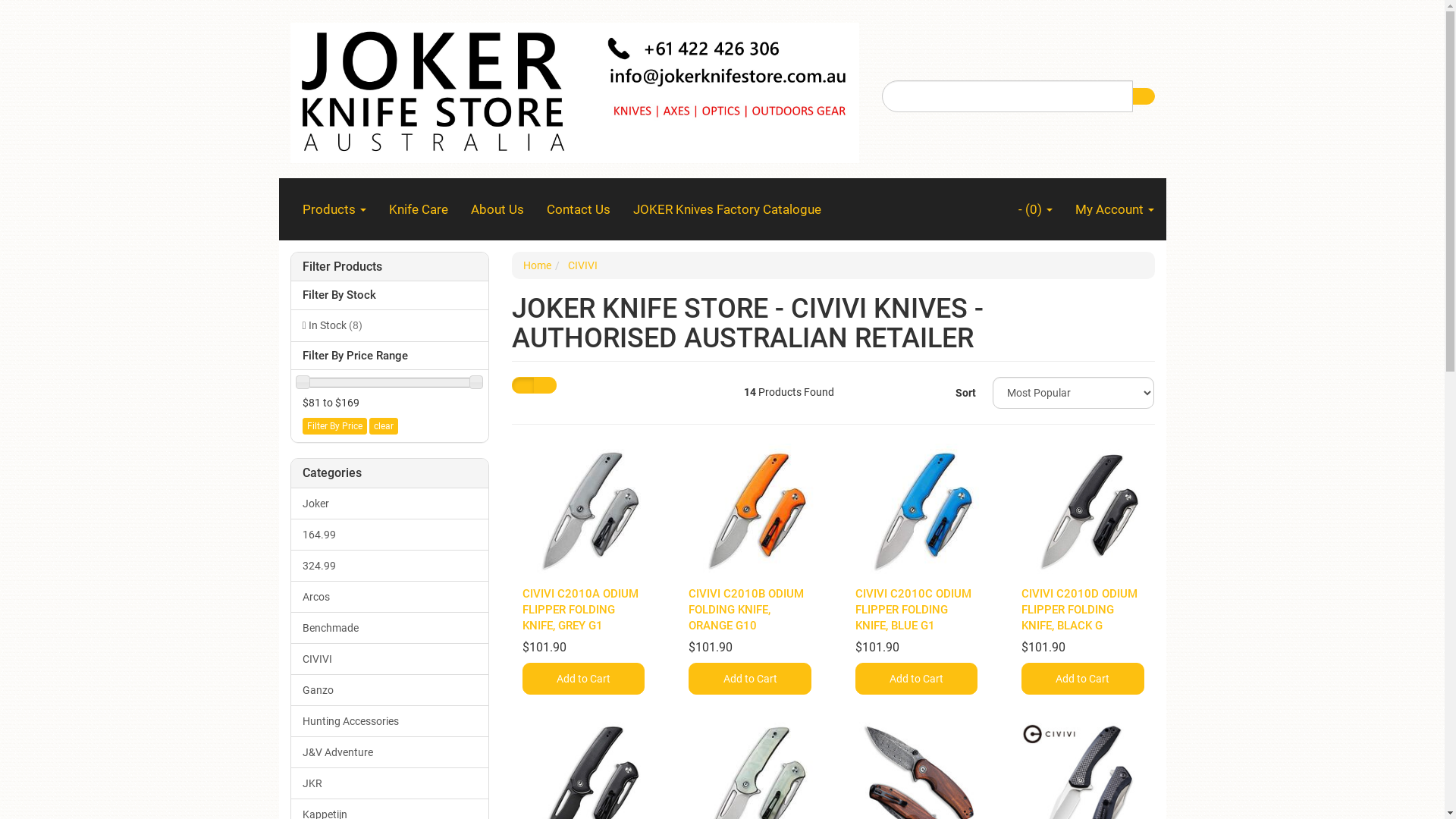 The height and width of the screenshot is (819, 1456). What do you see at coordinates (389, 265) in the screenshot?
I see `'Filter Products'` at bounding box center [389, 265].